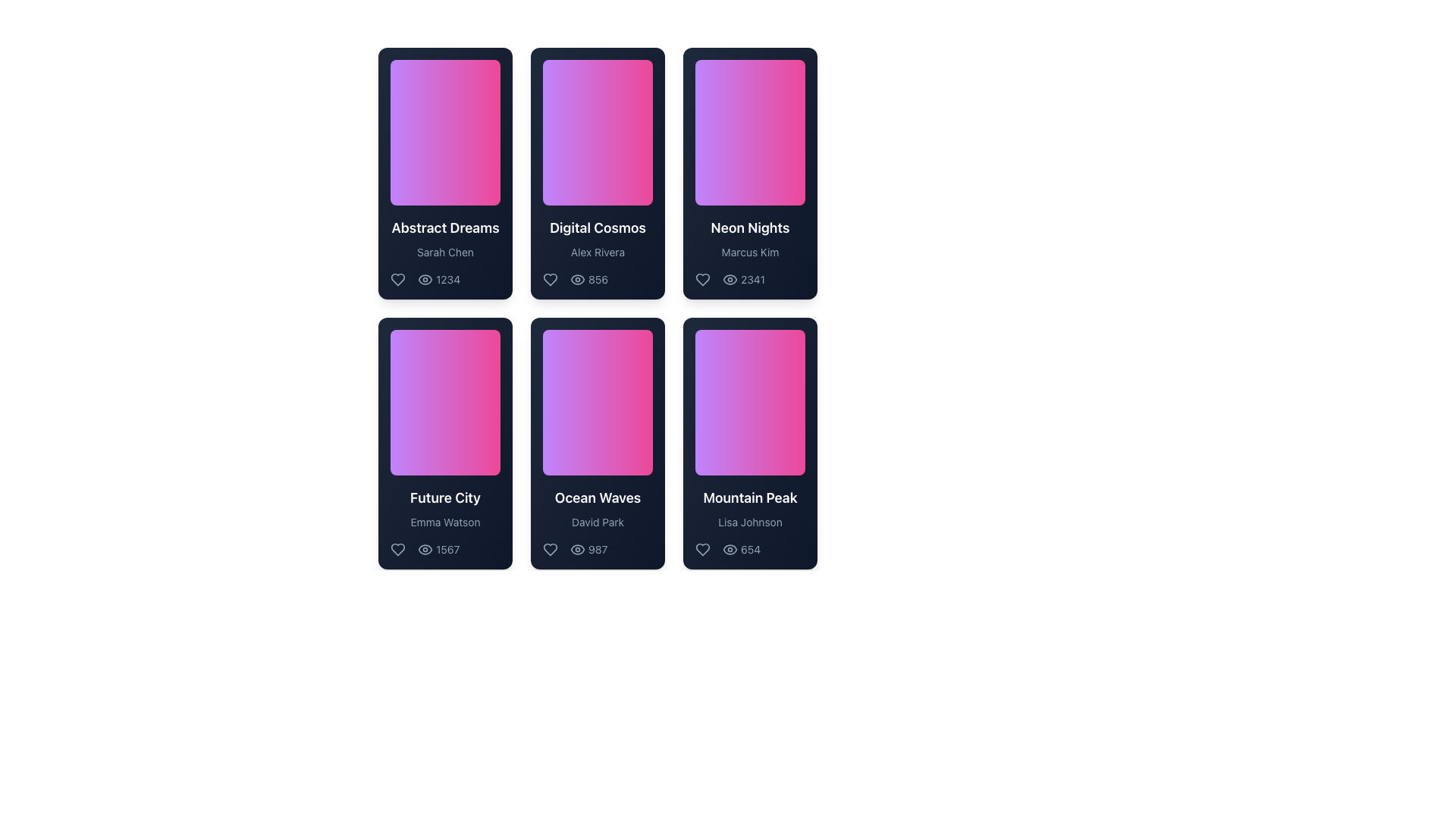 The height and width of the screenshot is (819, 1456). I want to click on the content card located in the second column of the second row, positioned between 'Future City' and 'Mountain Peak', so click(597, 444).